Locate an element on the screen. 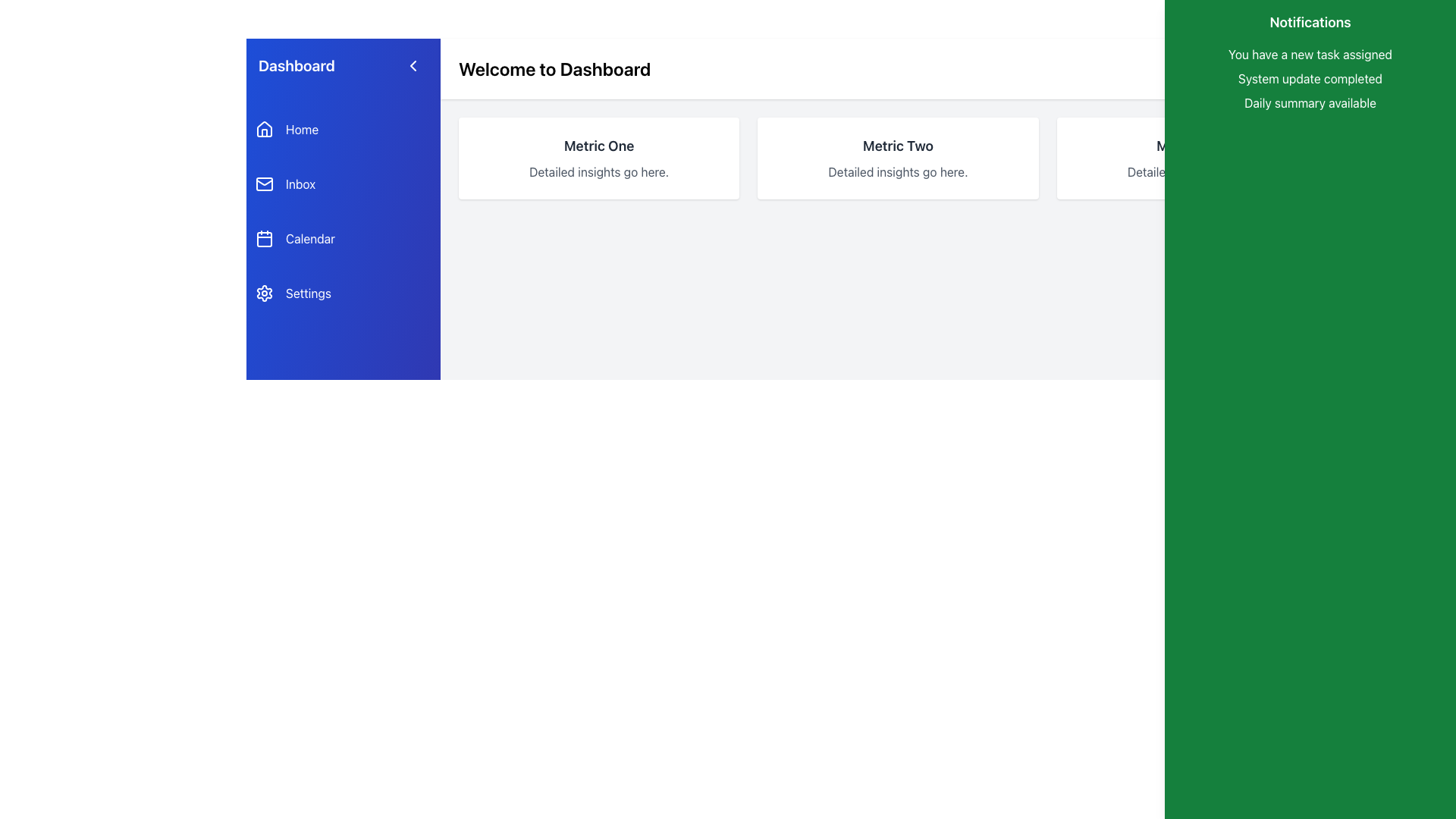 The image size is (1456, 819). heading text label located at the top of the second metric card in the series is located at coordinates (898, 146).